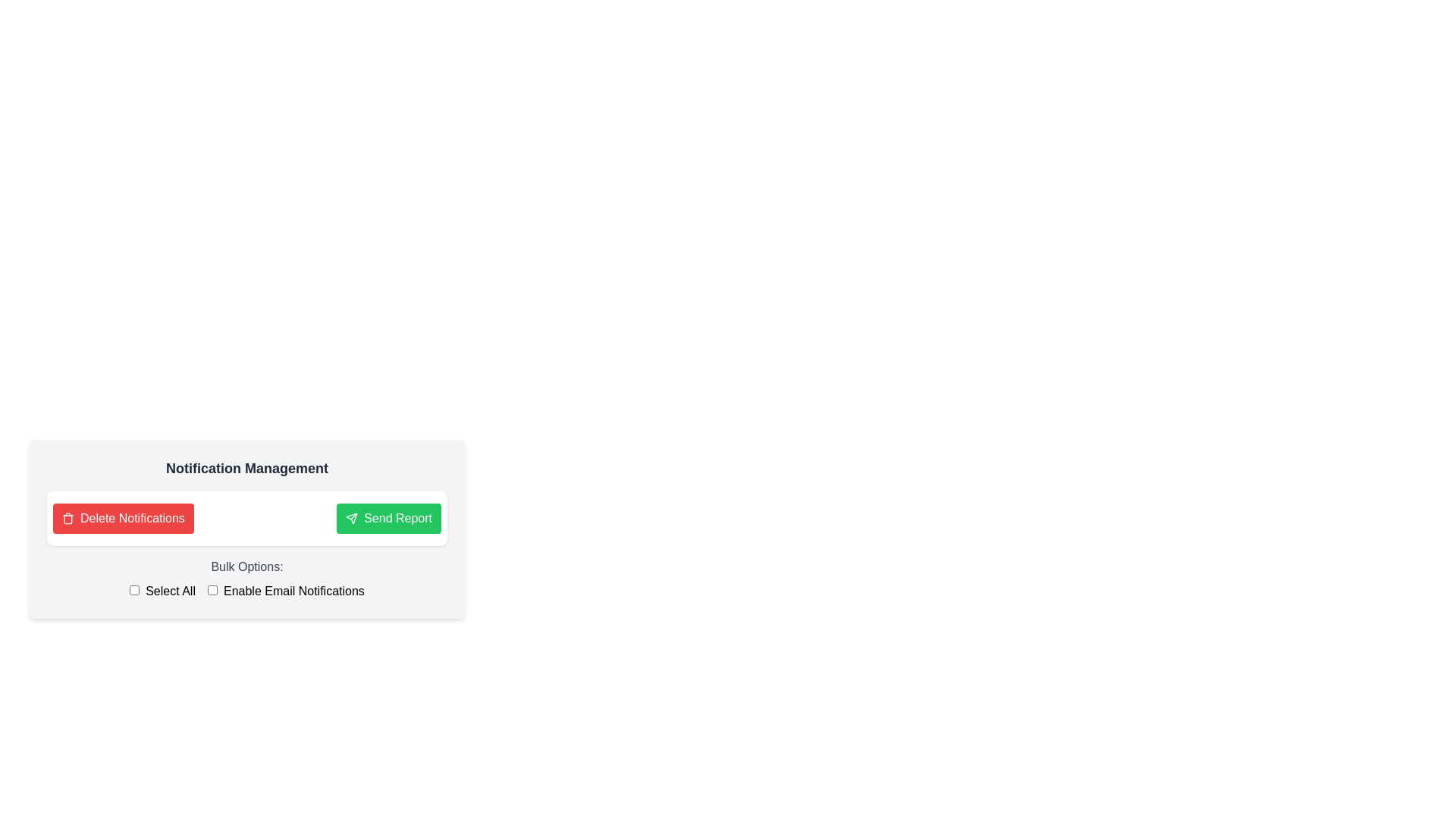 This screenshot has height=819, width=1456. Describe the element at coordinates (134, 589) in the screenshot. I see `the leftmost checkbox in the 'Bulk Options:' section under 'Notification Management', which is vertically aligned with 'Select All'` at that location.